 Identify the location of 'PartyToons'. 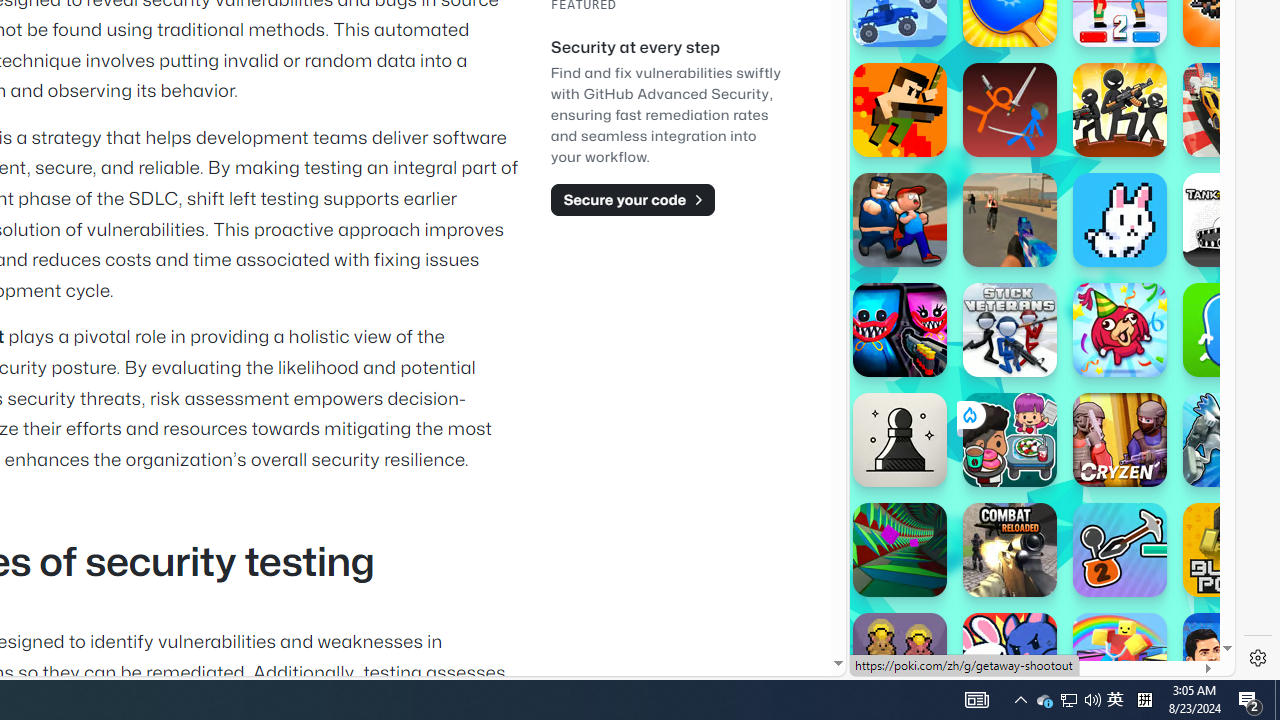
(1120, 329).